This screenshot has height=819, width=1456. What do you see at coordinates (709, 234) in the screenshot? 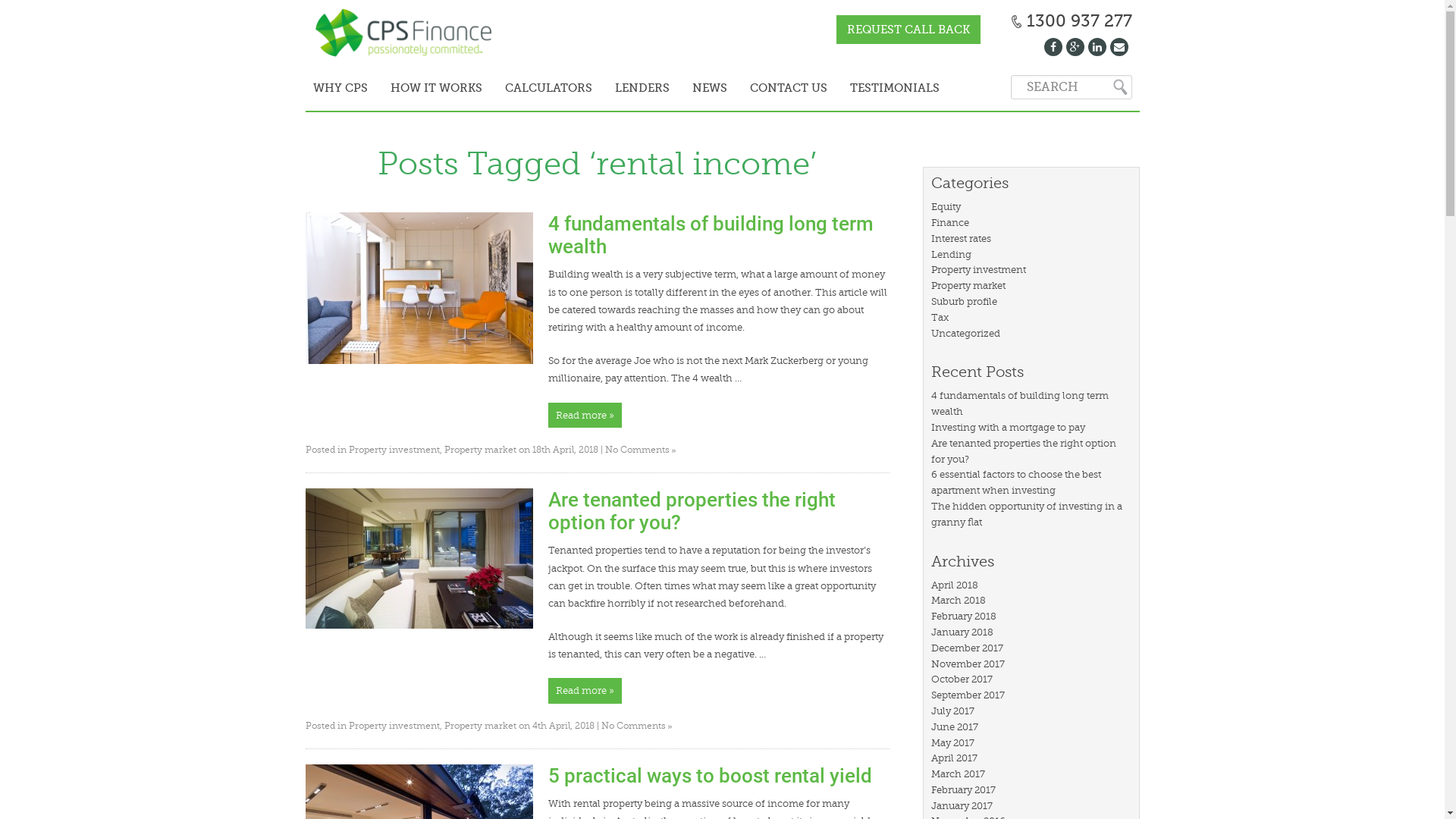
I see `'4 fundamentals of building long term wealth'` at bounding box center [709, 234].